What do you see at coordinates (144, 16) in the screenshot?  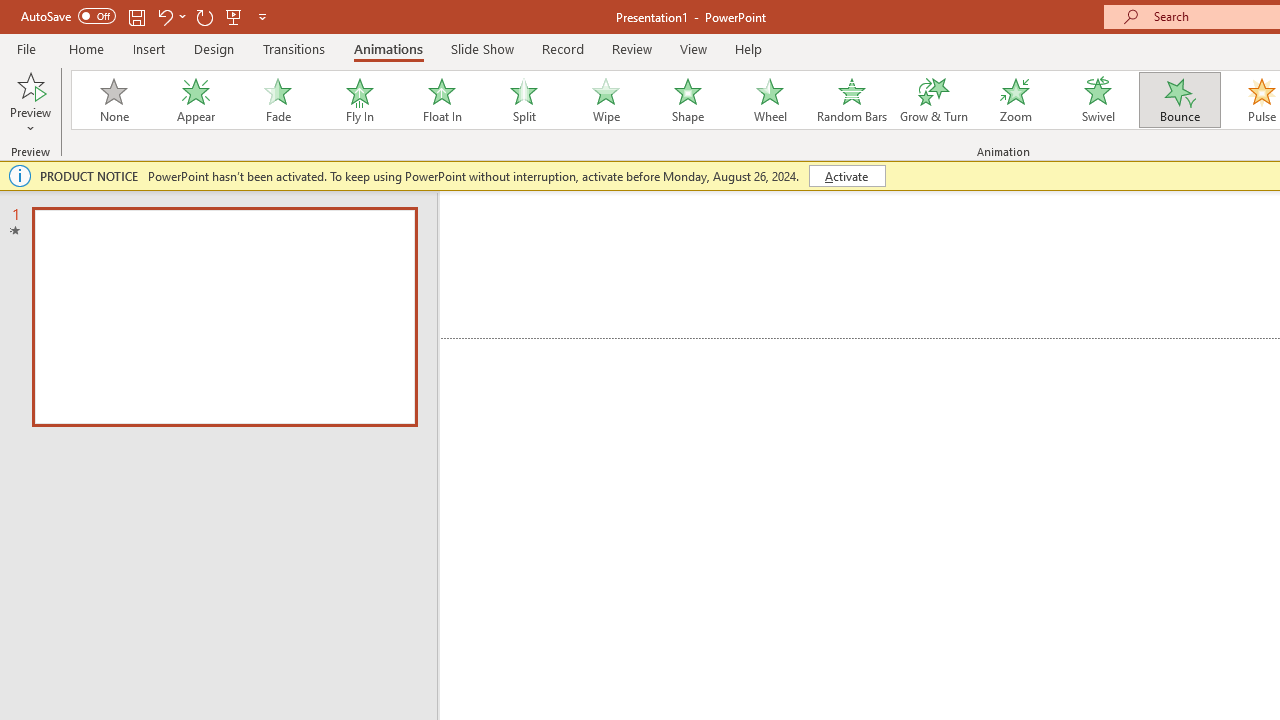 I see `'Quick Access Toolbar'` at bounding box center [144, 16].